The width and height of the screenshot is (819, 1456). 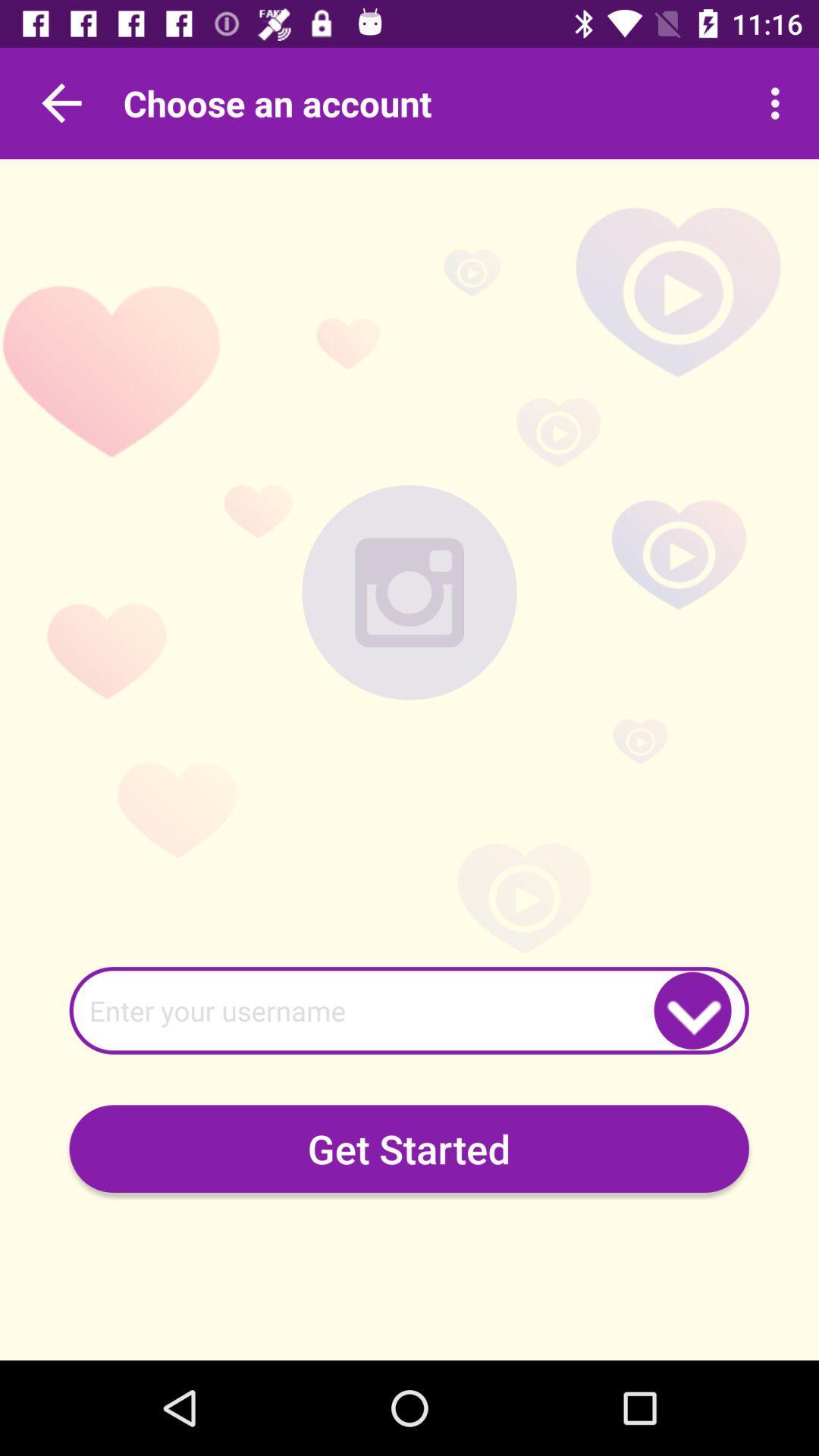 I want to click on go back, so click(x=61, y=102).